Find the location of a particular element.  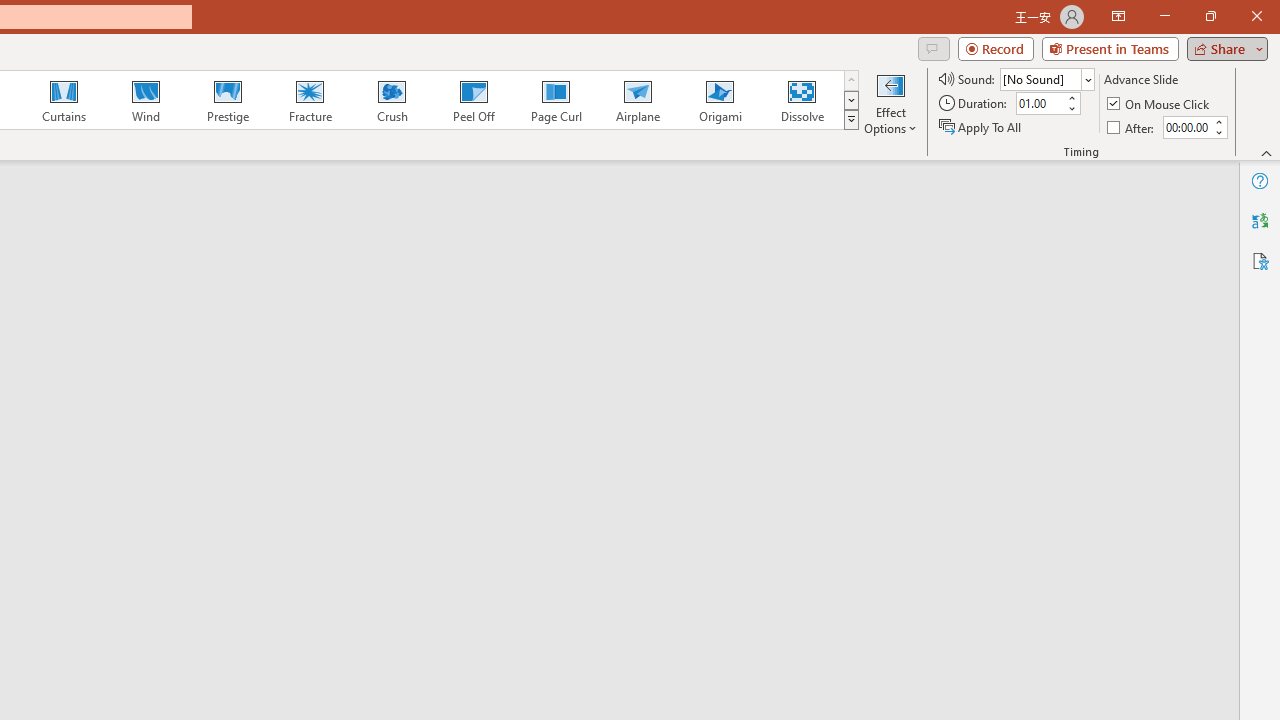

'On Mouse Click' is located at coordinates (1159, 103).